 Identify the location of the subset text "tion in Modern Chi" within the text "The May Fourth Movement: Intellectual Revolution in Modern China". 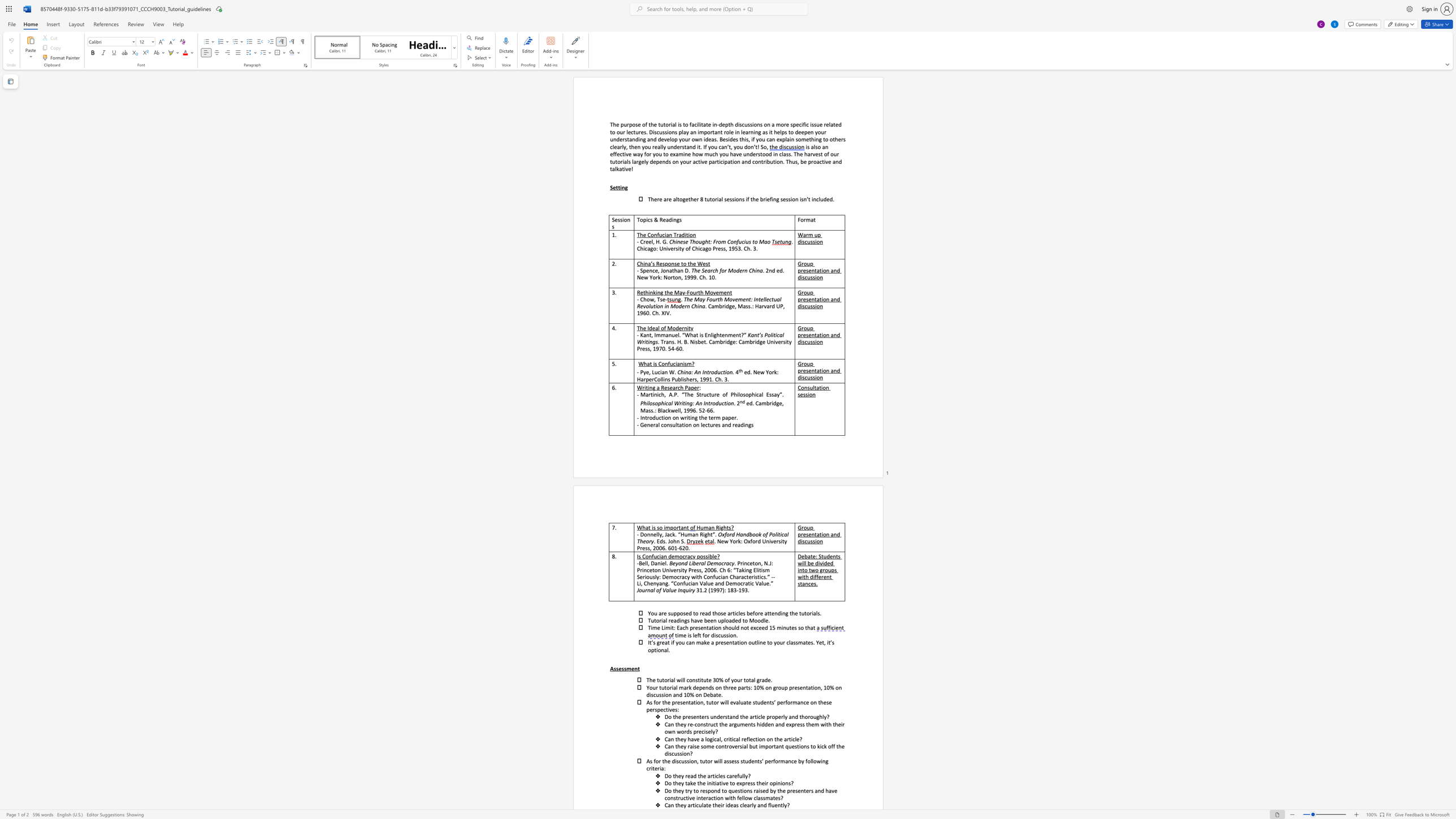
(653, 306).